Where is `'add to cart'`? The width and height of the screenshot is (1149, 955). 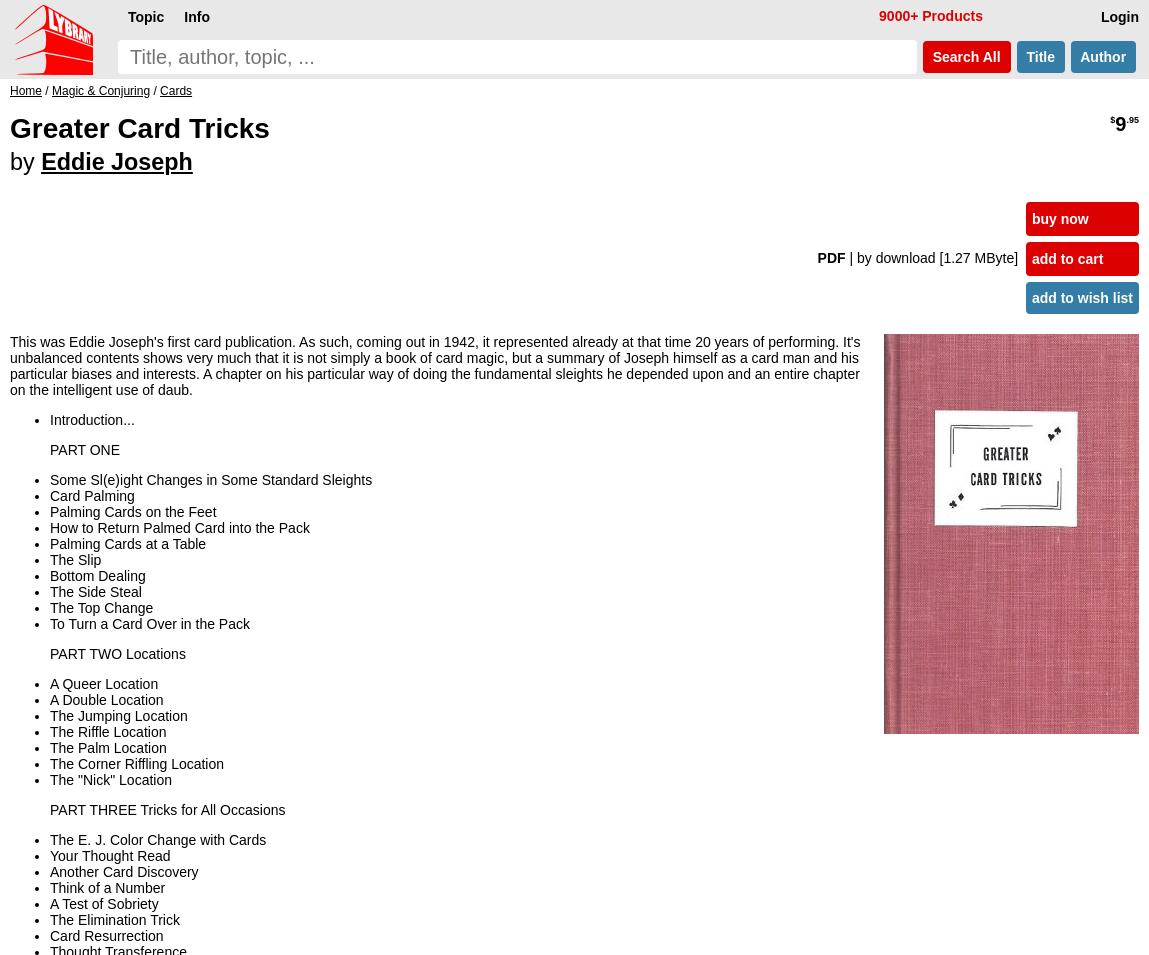 'add to cart' is located at coordinates (1066, 258).